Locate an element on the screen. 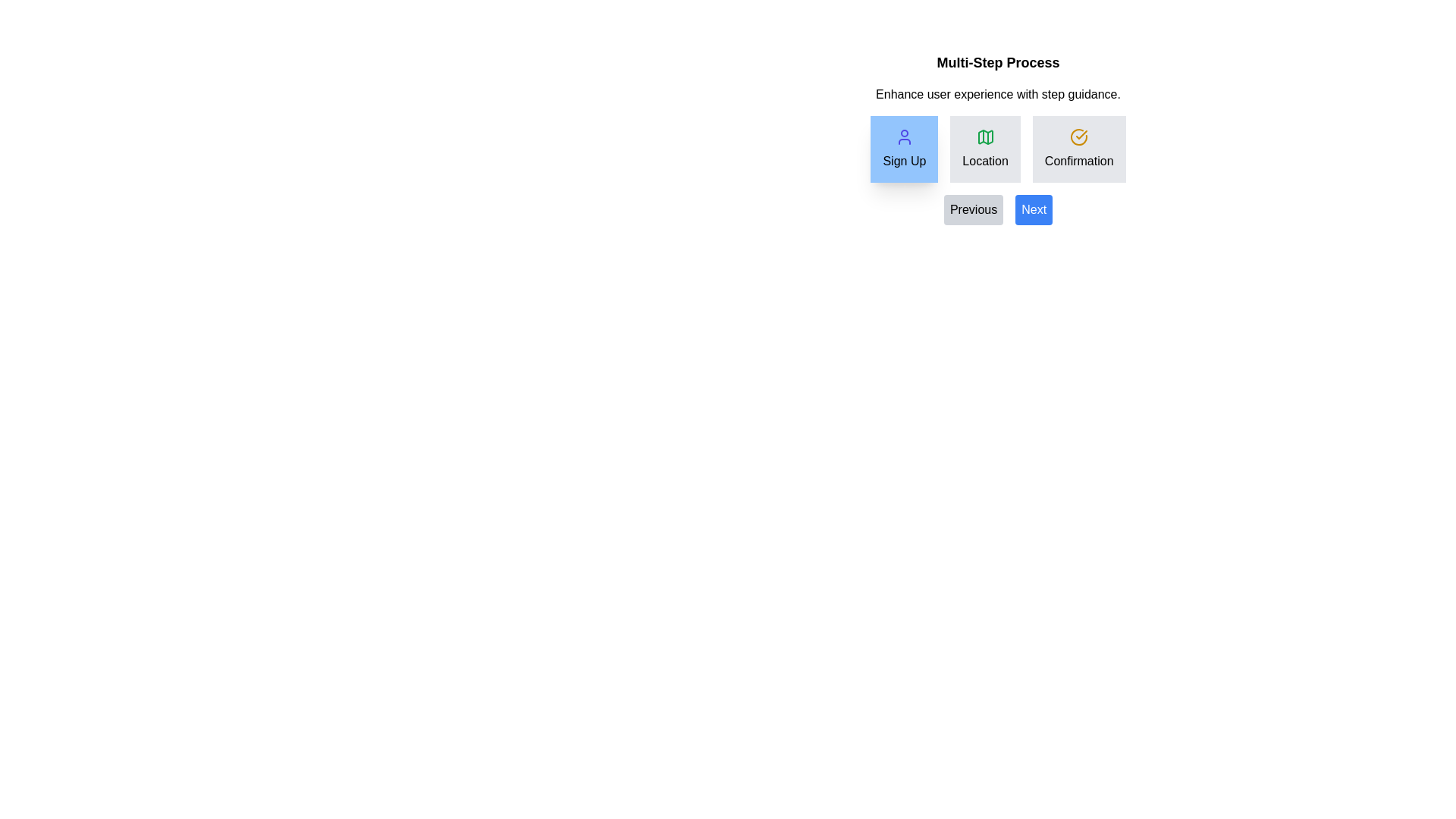 The image size is (1456, 819). the confirmation button, which is the third button from the left in a row of three buttons, featuring a yellow circular checkmark icon above the text 'Confirmation' is located at coordinates (1078, 149).